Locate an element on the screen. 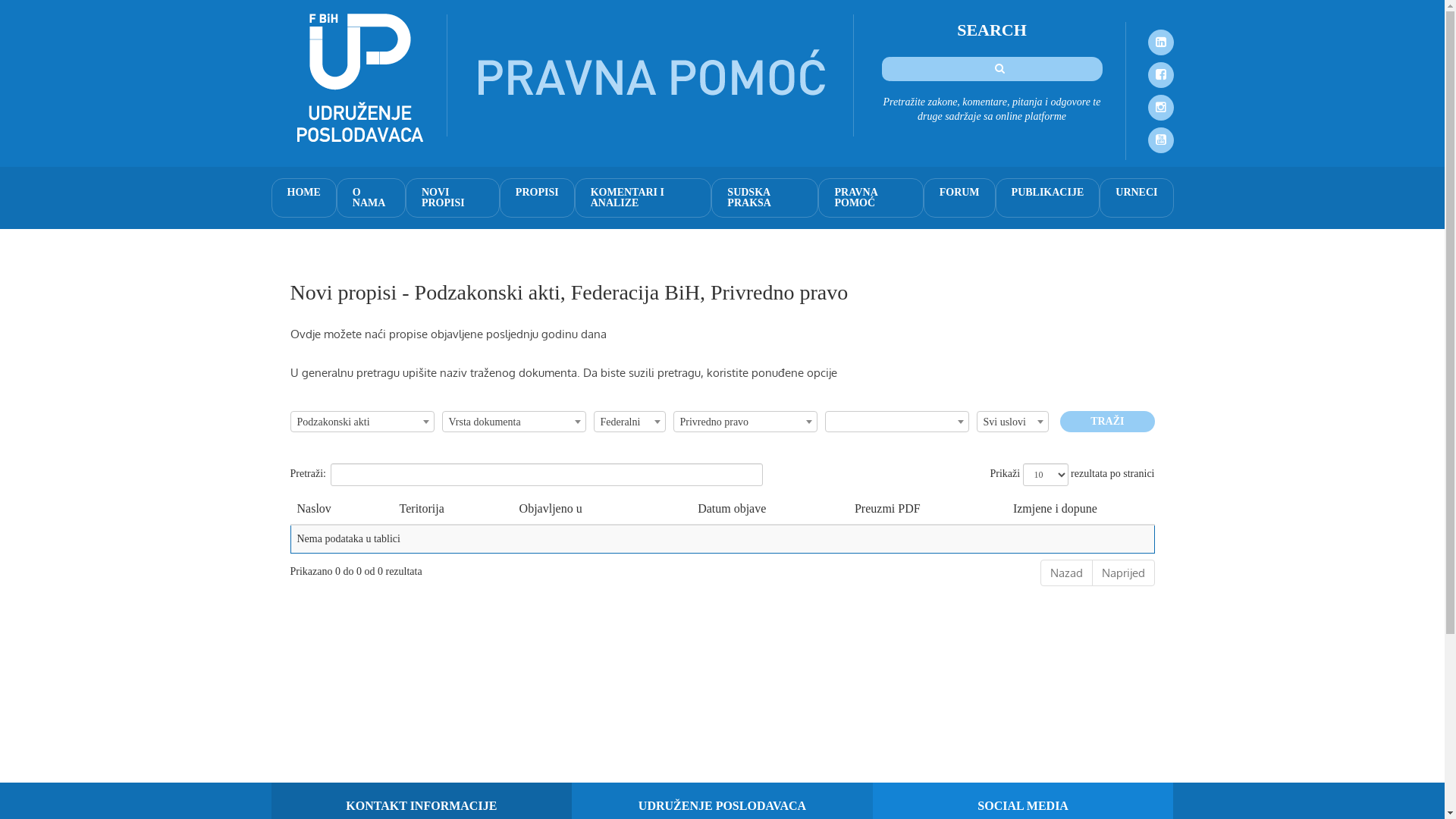  'PUBLIKACIJE' is located at coordinates (1047, 197).